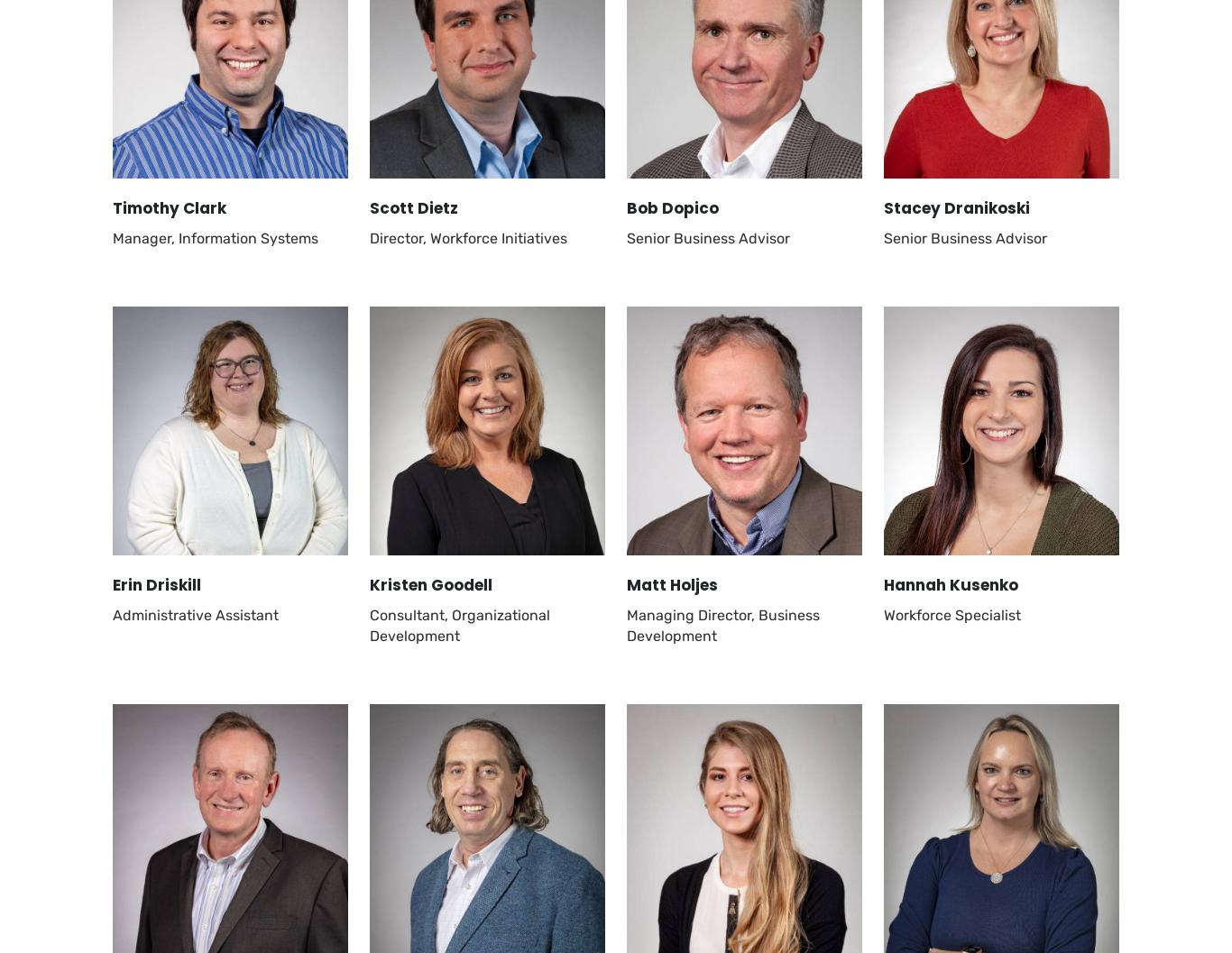 This screenshot has width=1232, height=953. I want to click on '© 2023 Catalyst Connection', so click(111, 556).